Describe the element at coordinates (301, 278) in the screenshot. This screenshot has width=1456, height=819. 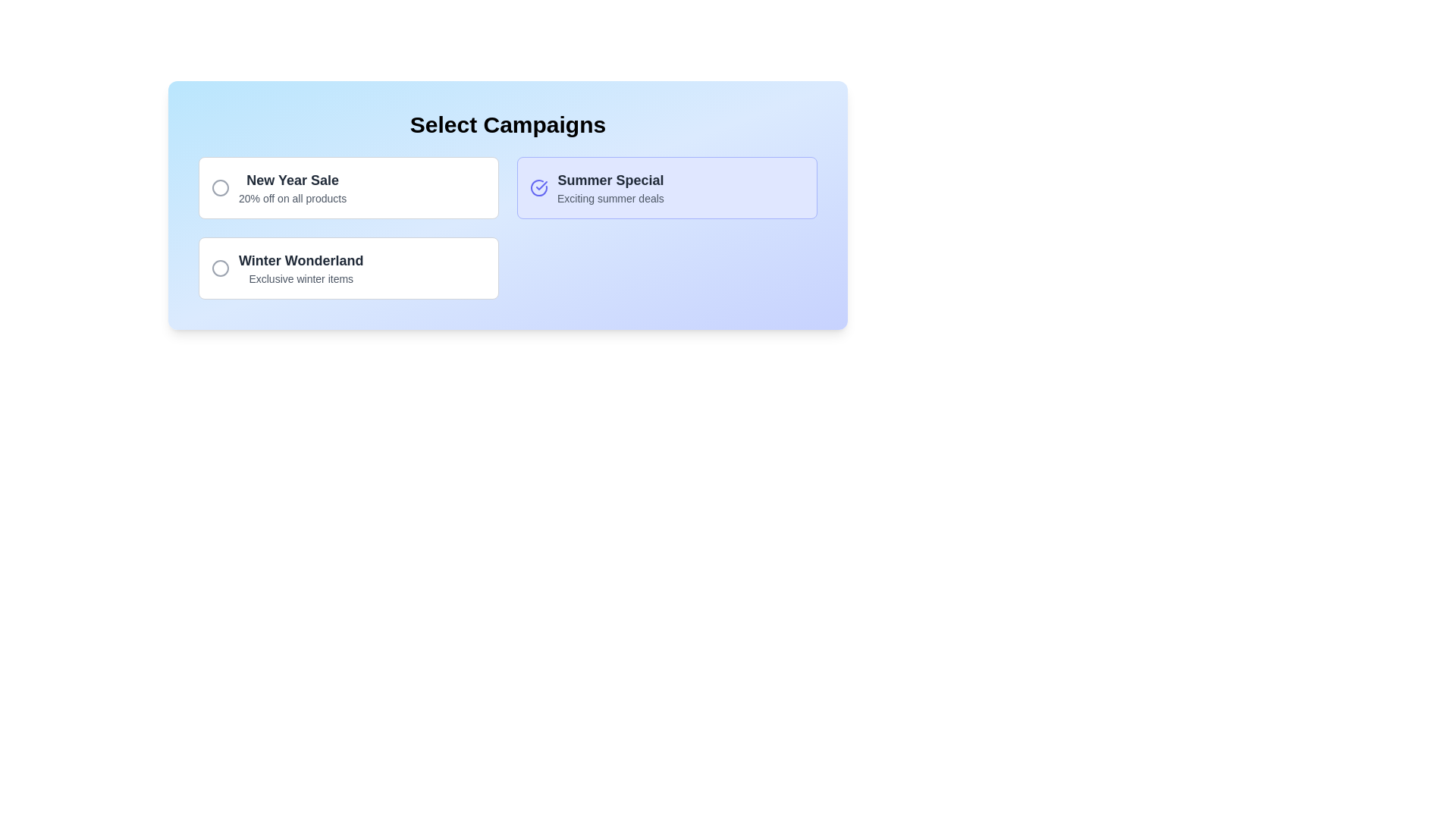
I see `the text label displaying 'Exclusive winter items.' which is located below the bolded text 'Winter Wonderland' in the campaign selection interface` at that location.